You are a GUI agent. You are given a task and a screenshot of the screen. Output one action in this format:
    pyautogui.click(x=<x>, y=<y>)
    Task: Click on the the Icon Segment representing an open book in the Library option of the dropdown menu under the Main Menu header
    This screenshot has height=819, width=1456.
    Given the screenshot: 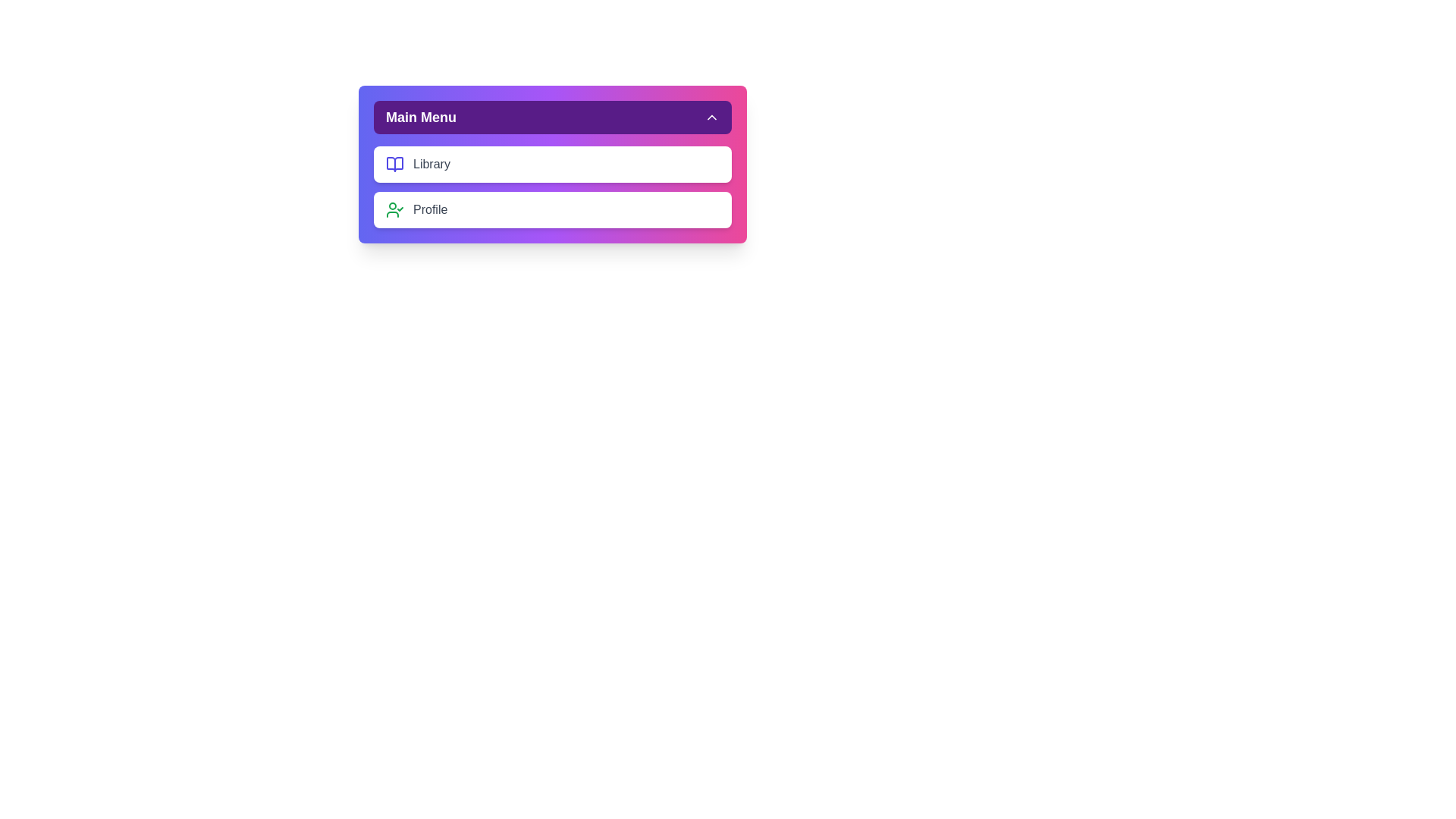 What is the action you would take?
    pyautogui.click(x=395, y=164)
    